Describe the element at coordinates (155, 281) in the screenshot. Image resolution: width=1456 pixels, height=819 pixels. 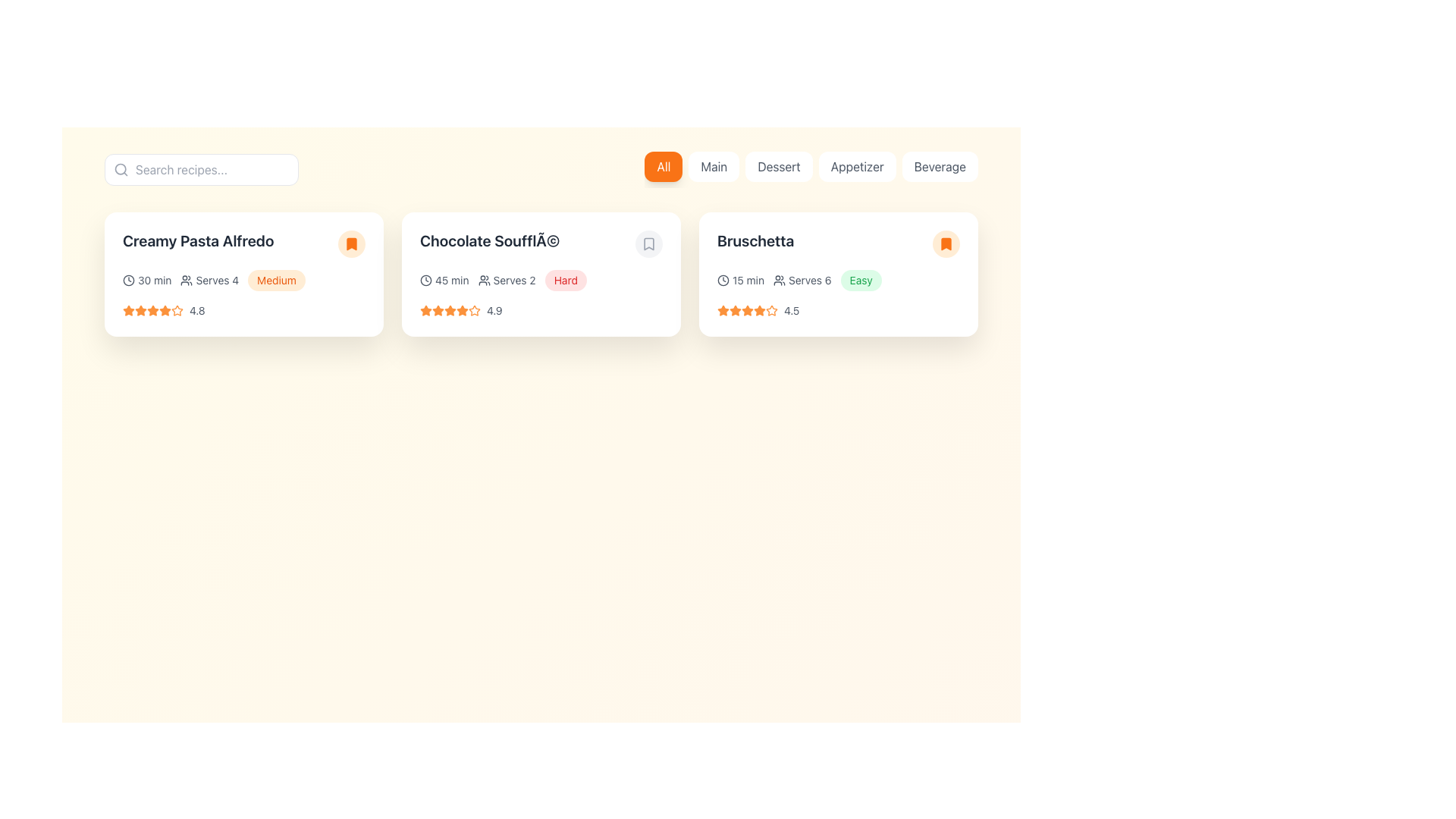
I see `'30 min' text label element, which is styled in gray and positioned next to a clock icon, located in the top-left part of a card in a grid layout` at that location.